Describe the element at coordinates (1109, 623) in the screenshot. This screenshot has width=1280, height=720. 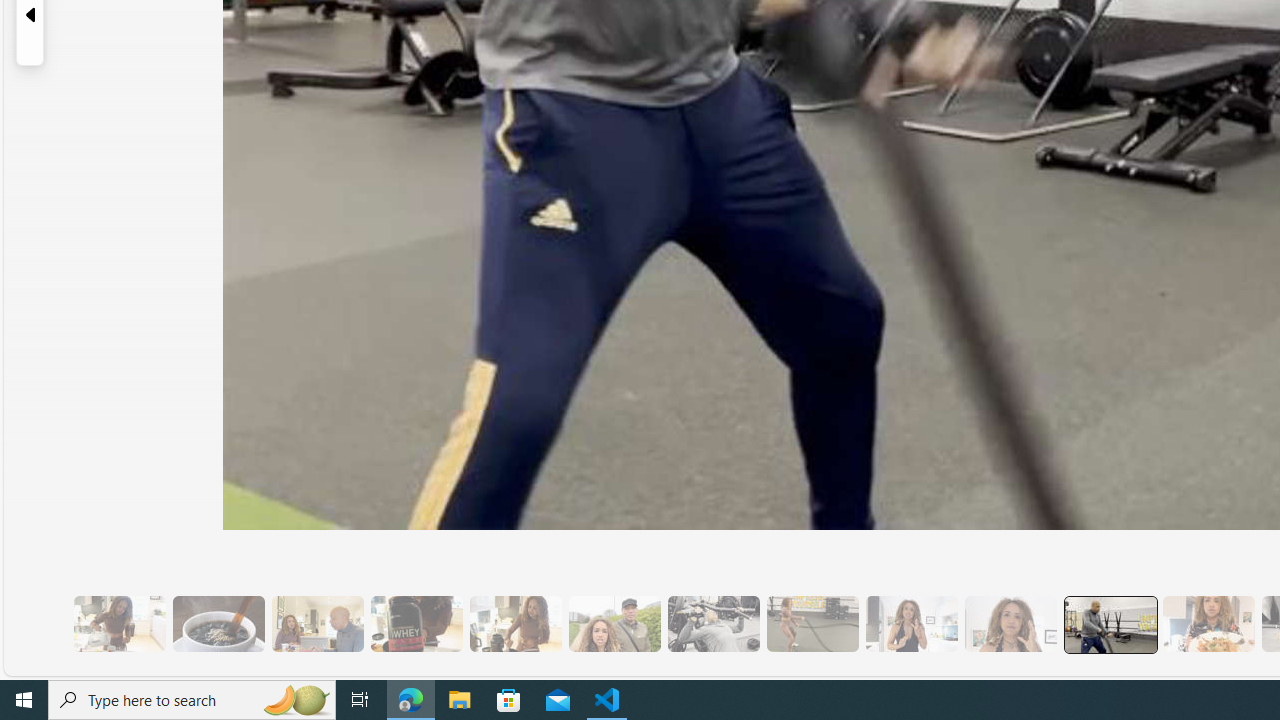
I see `'13 Her Husband Does Group Cardio Classs'` at that location.